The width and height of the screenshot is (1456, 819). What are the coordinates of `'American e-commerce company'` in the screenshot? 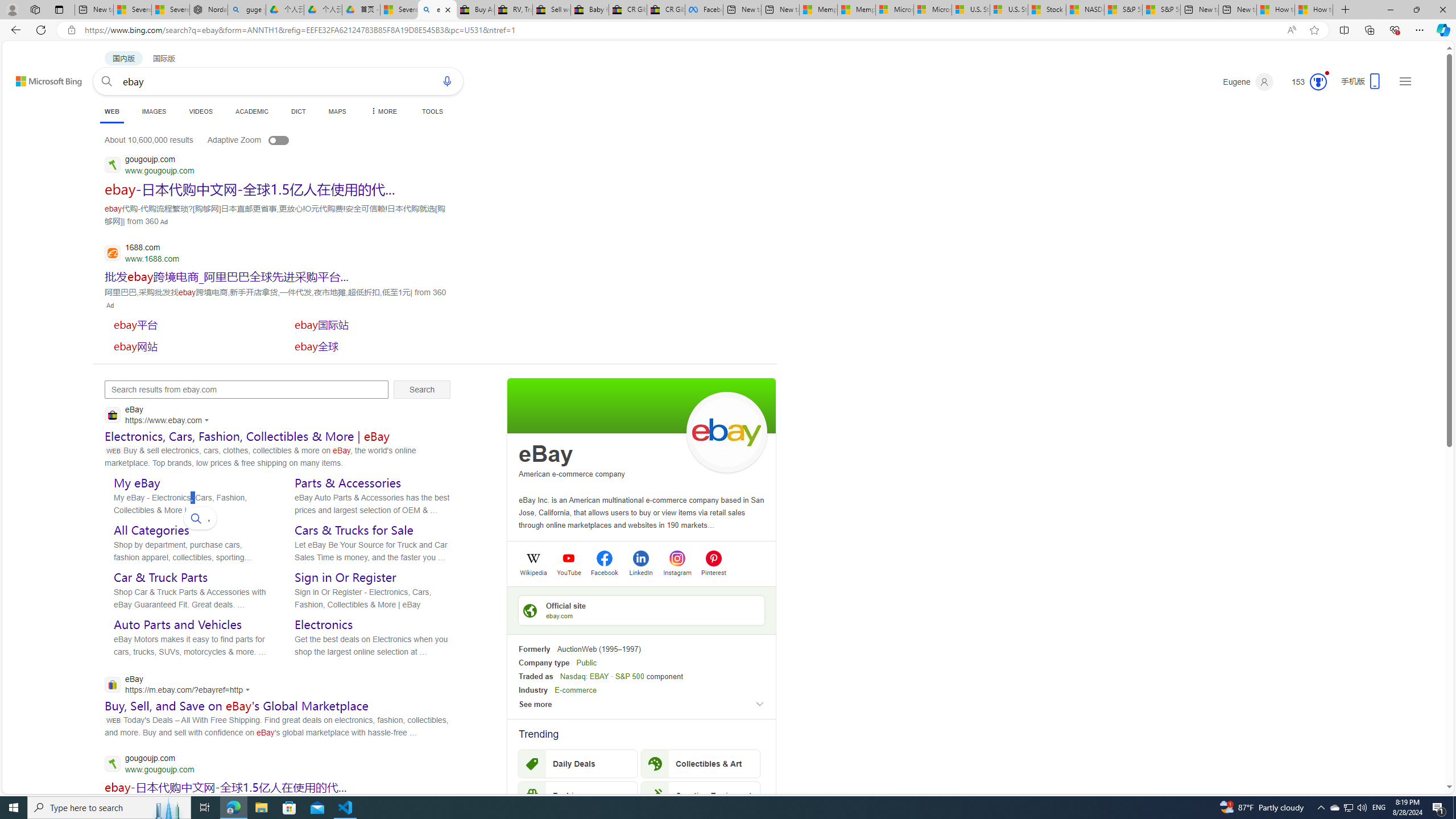 It's located at (572, 473).